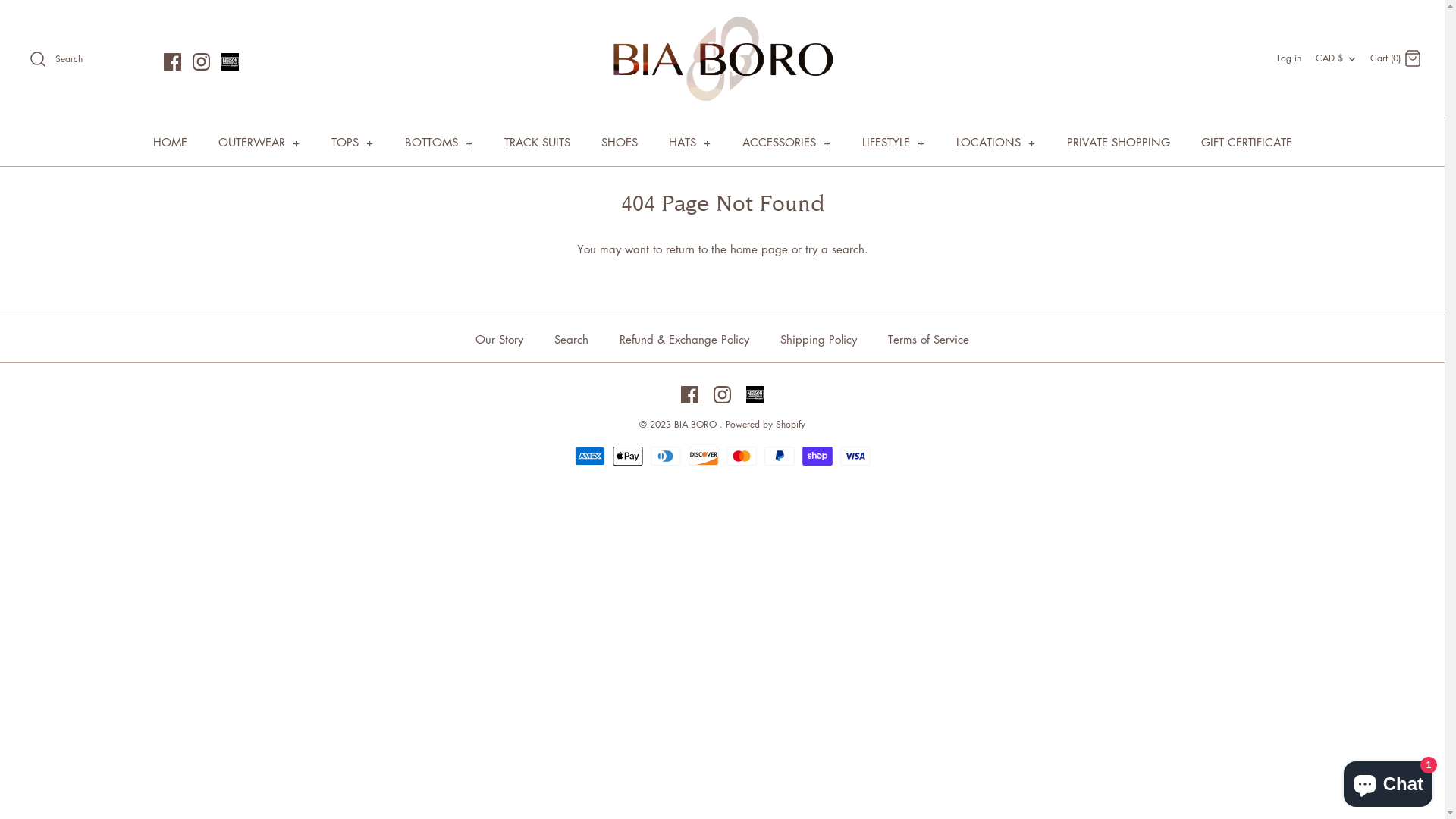  What do you see at coordinates (499, 338) in the screenshot?
I see `'Our Story'` at bounding box center [499, 338].